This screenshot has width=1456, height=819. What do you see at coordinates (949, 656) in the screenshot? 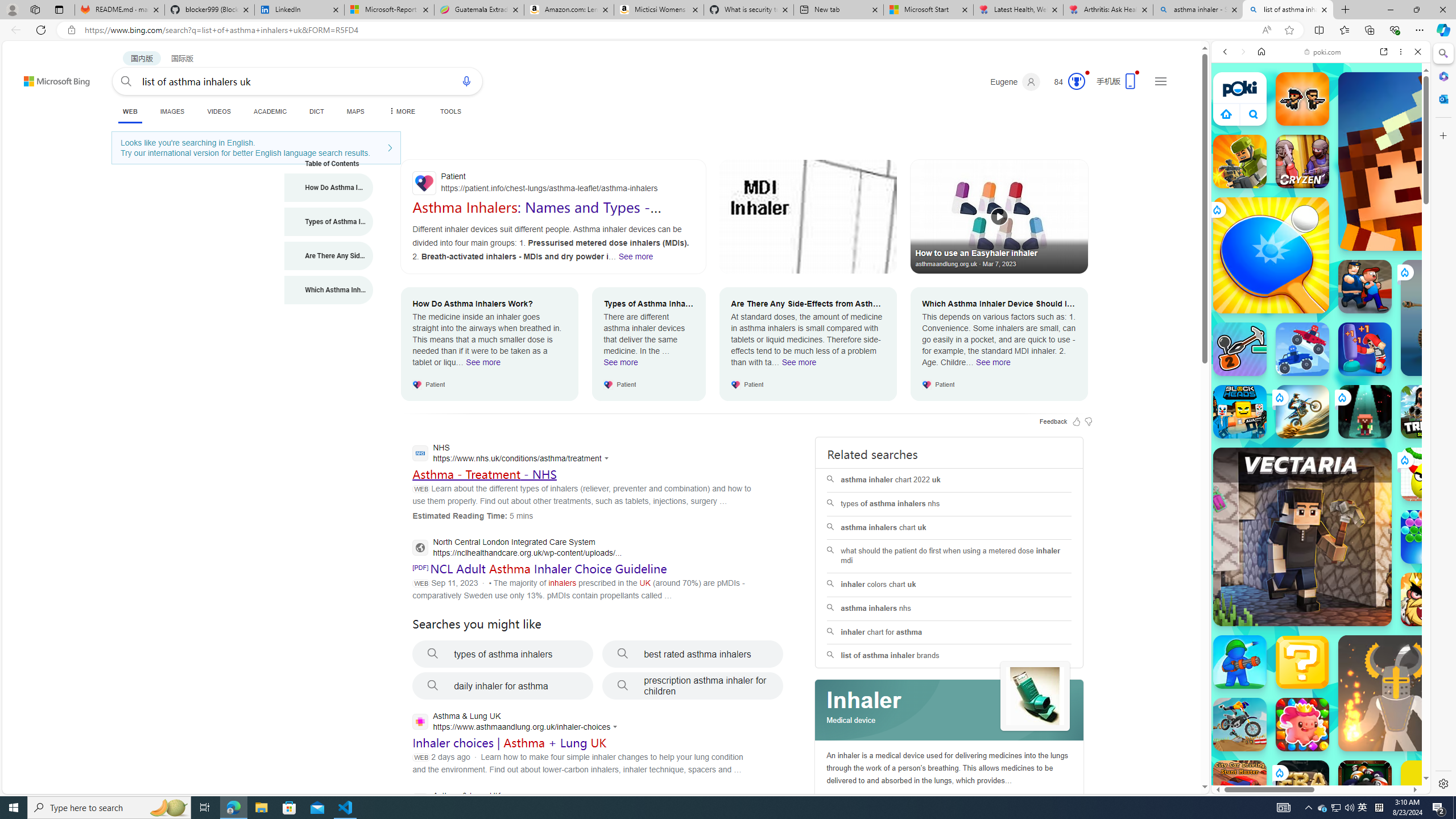
I see `'list of asthma inhaler brands'` at bounding box center [949, 656].